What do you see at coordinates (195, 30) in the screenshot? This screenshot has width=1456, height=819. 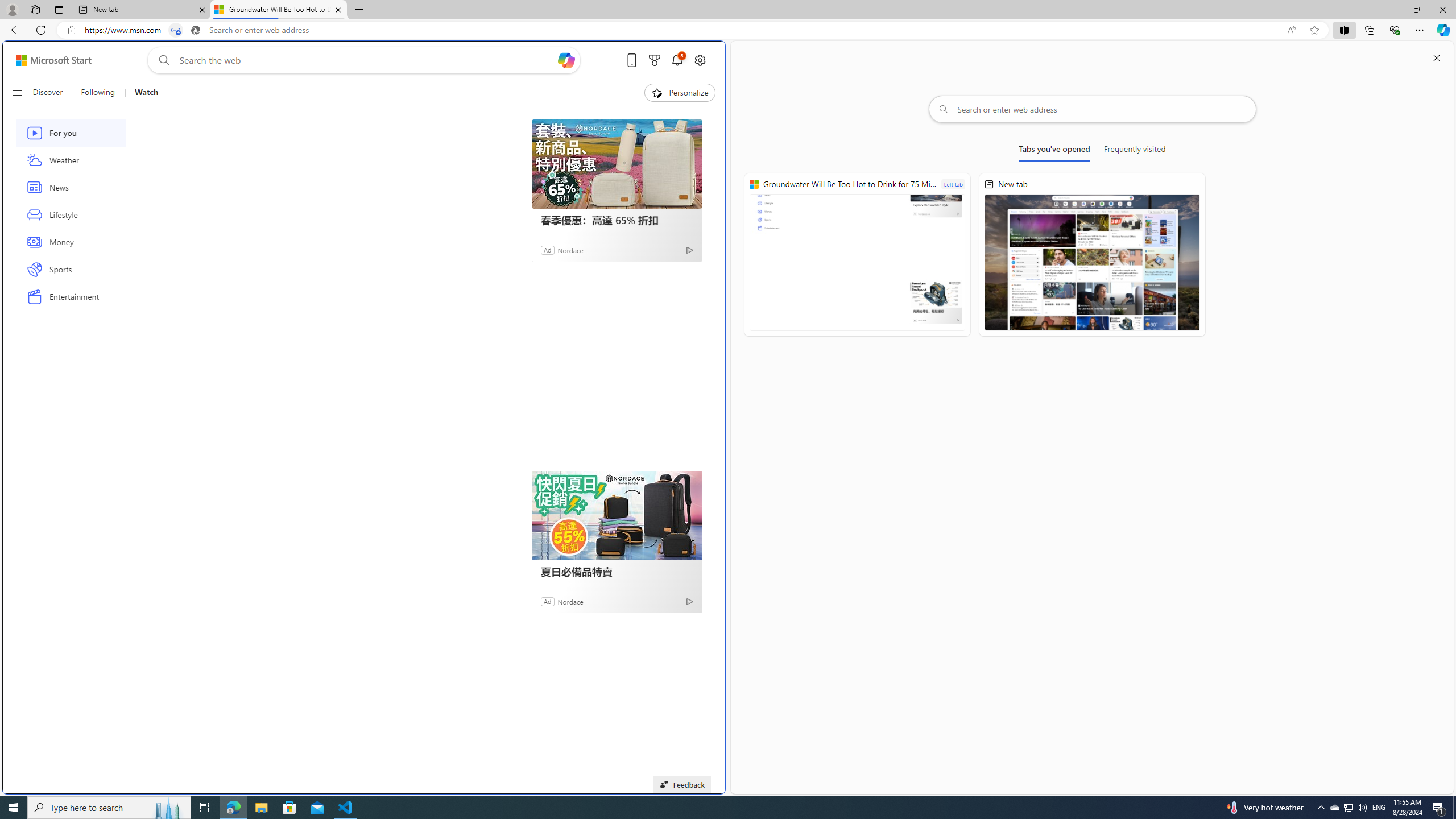 I see `'Search icon'` at bounding box center [195, 30].